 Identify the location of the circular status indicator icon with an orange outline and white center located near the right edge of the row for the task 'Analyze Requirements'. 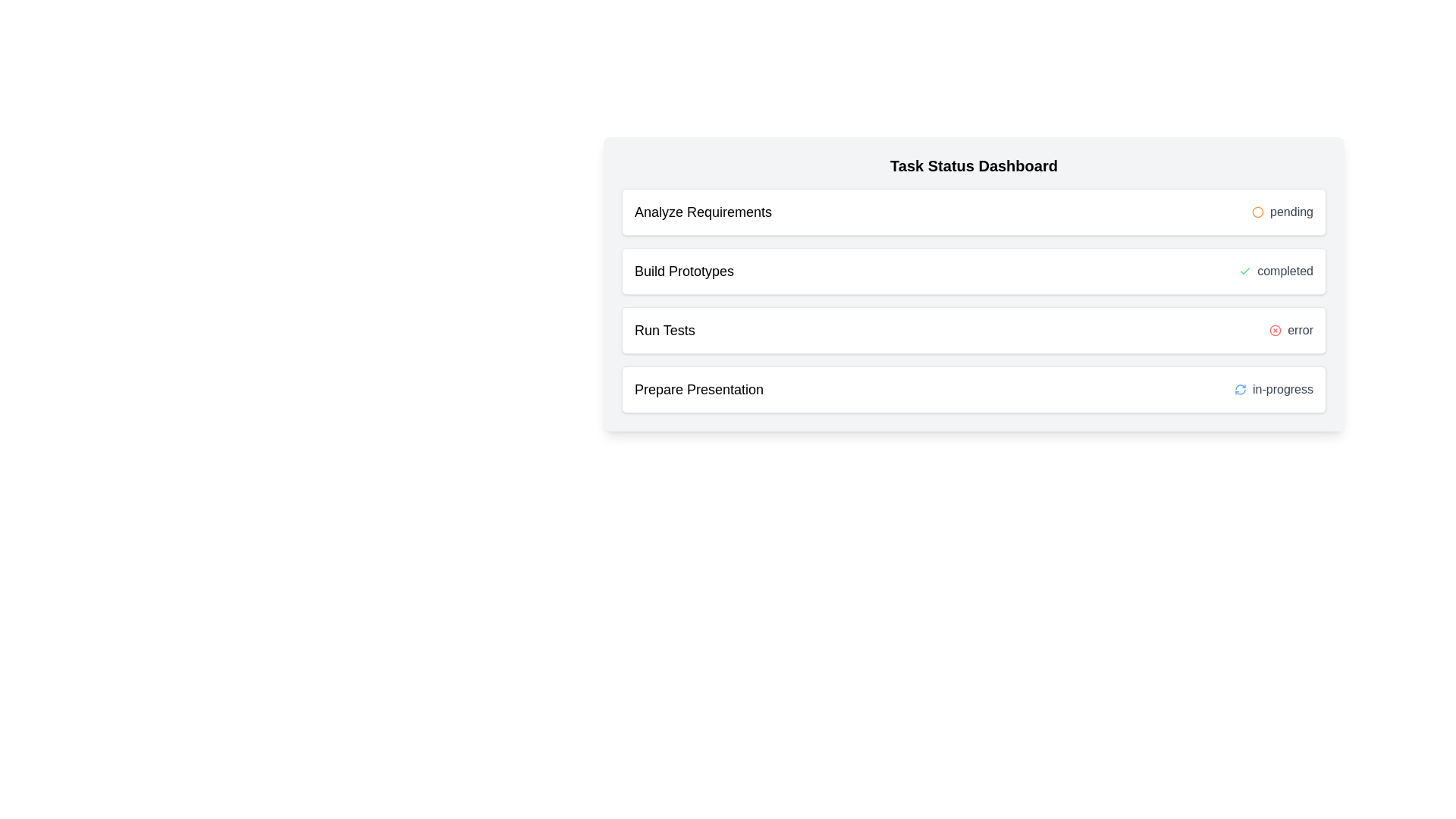
(1258, 212).